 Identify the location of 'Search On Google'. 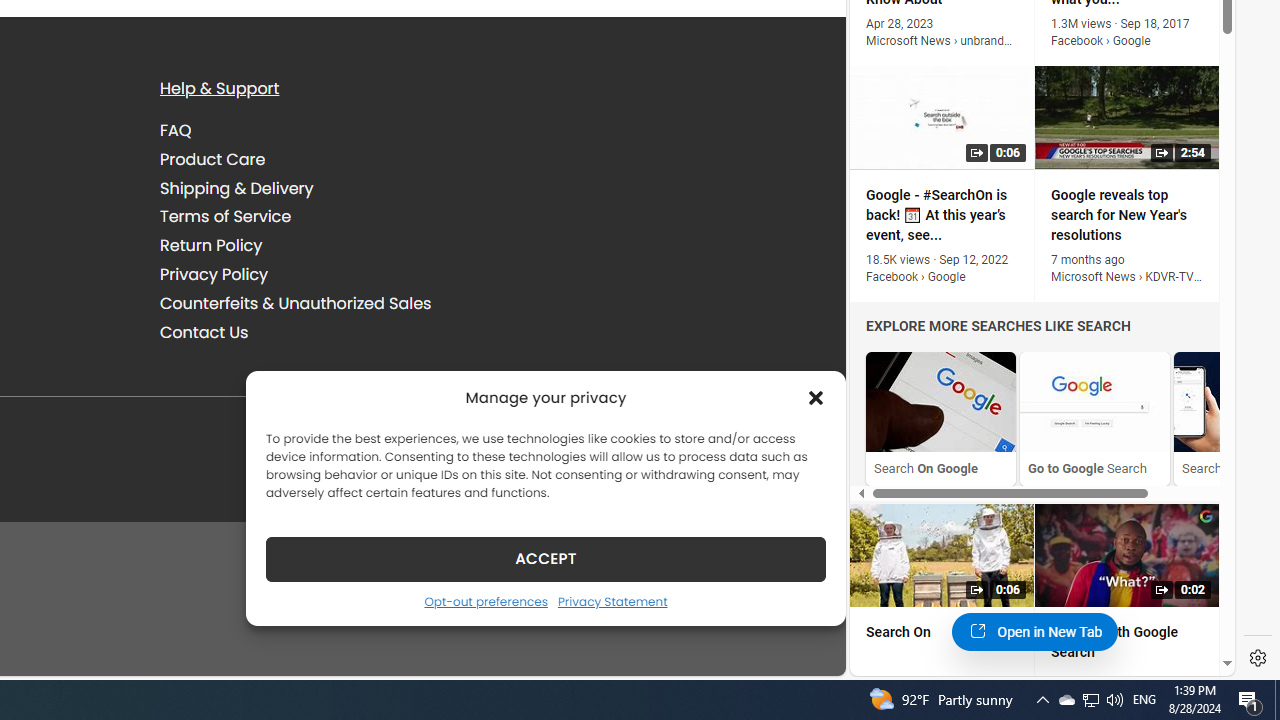
(940, 401).